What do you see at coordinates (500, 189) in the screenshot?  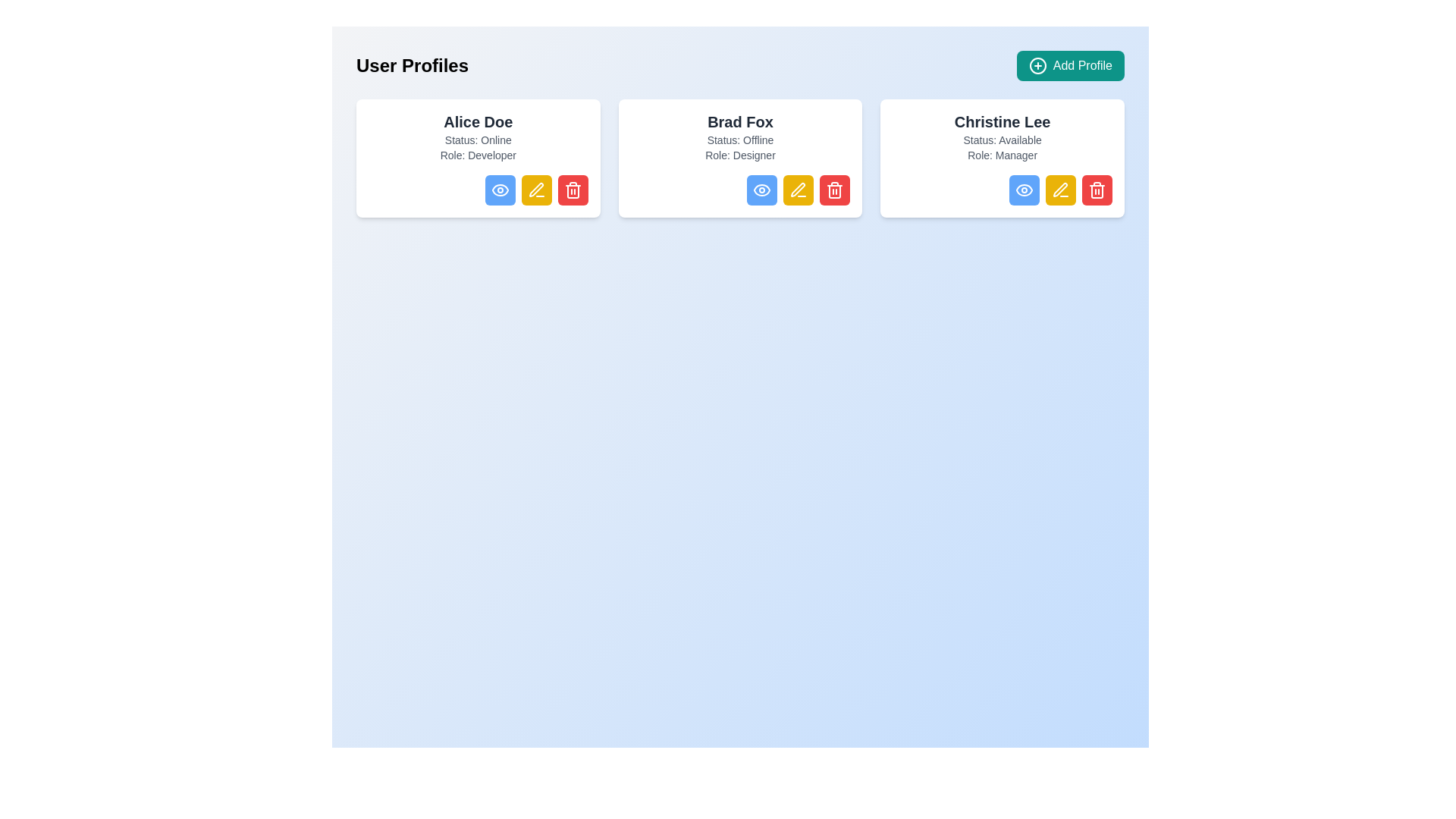 I see `the eye icon button, which is a blue circular button located at the leftmost position in the control group next to the user profile card labeled 'Alice Doe'` at bounding box center [500, 189].